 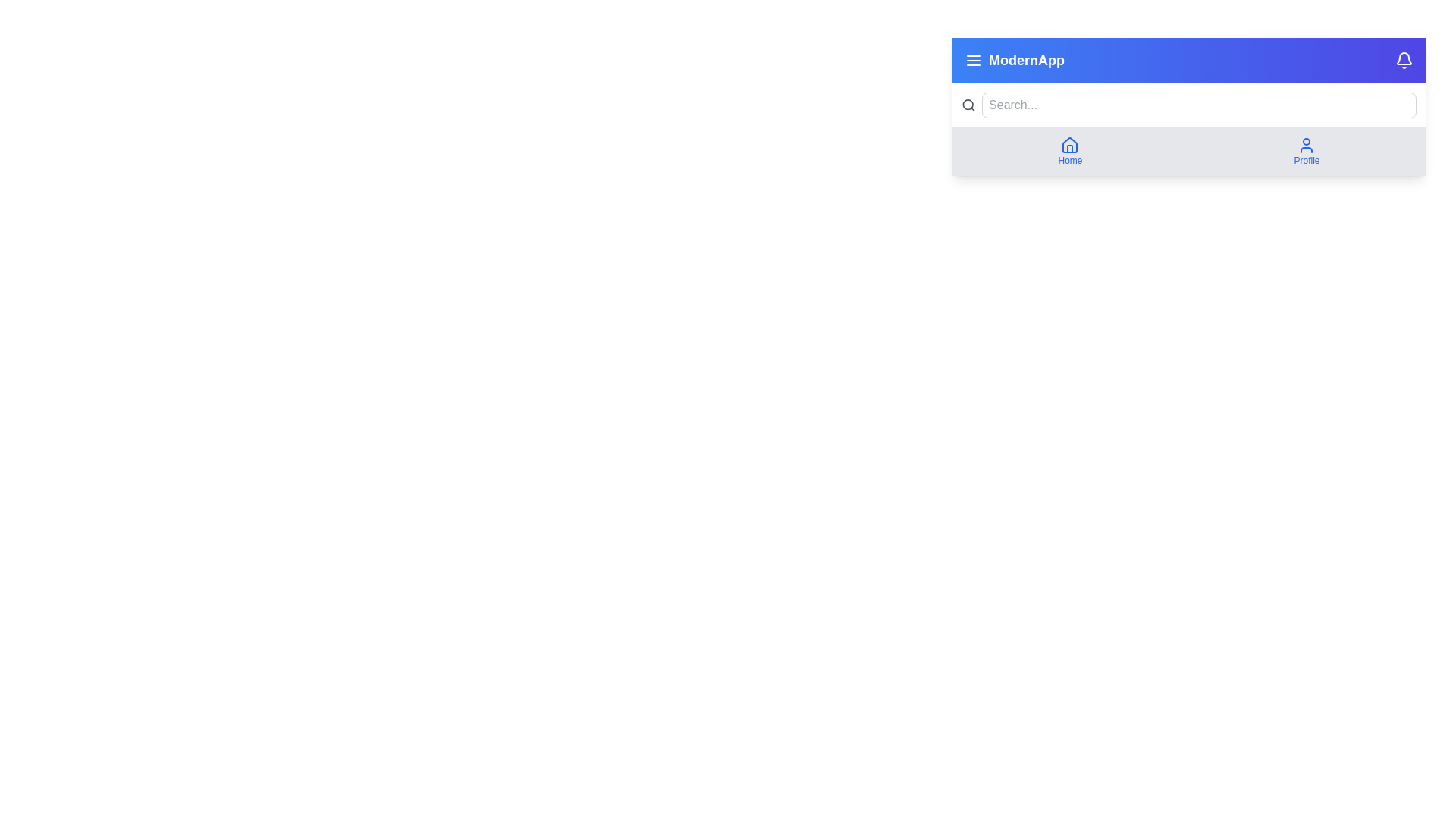 What do you see at coordinates (1069, 145) in the screenshot?
I see `the house-shaped icon in the navigation bar` at bounding box center [1069, 145].